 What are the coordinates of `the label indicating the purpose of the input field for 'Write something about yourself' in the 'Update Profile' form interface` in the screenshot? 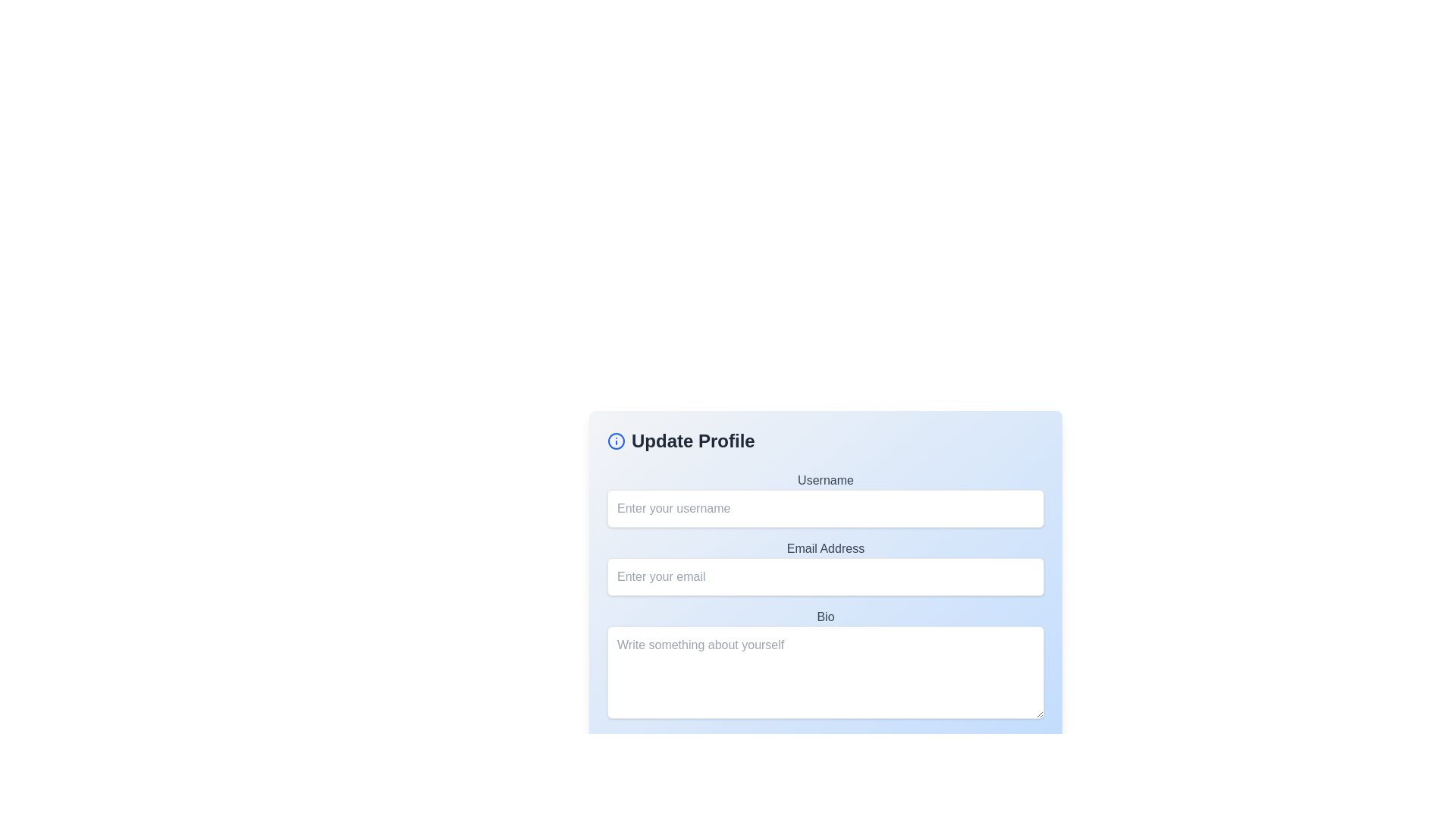 It's located at (825, 617).